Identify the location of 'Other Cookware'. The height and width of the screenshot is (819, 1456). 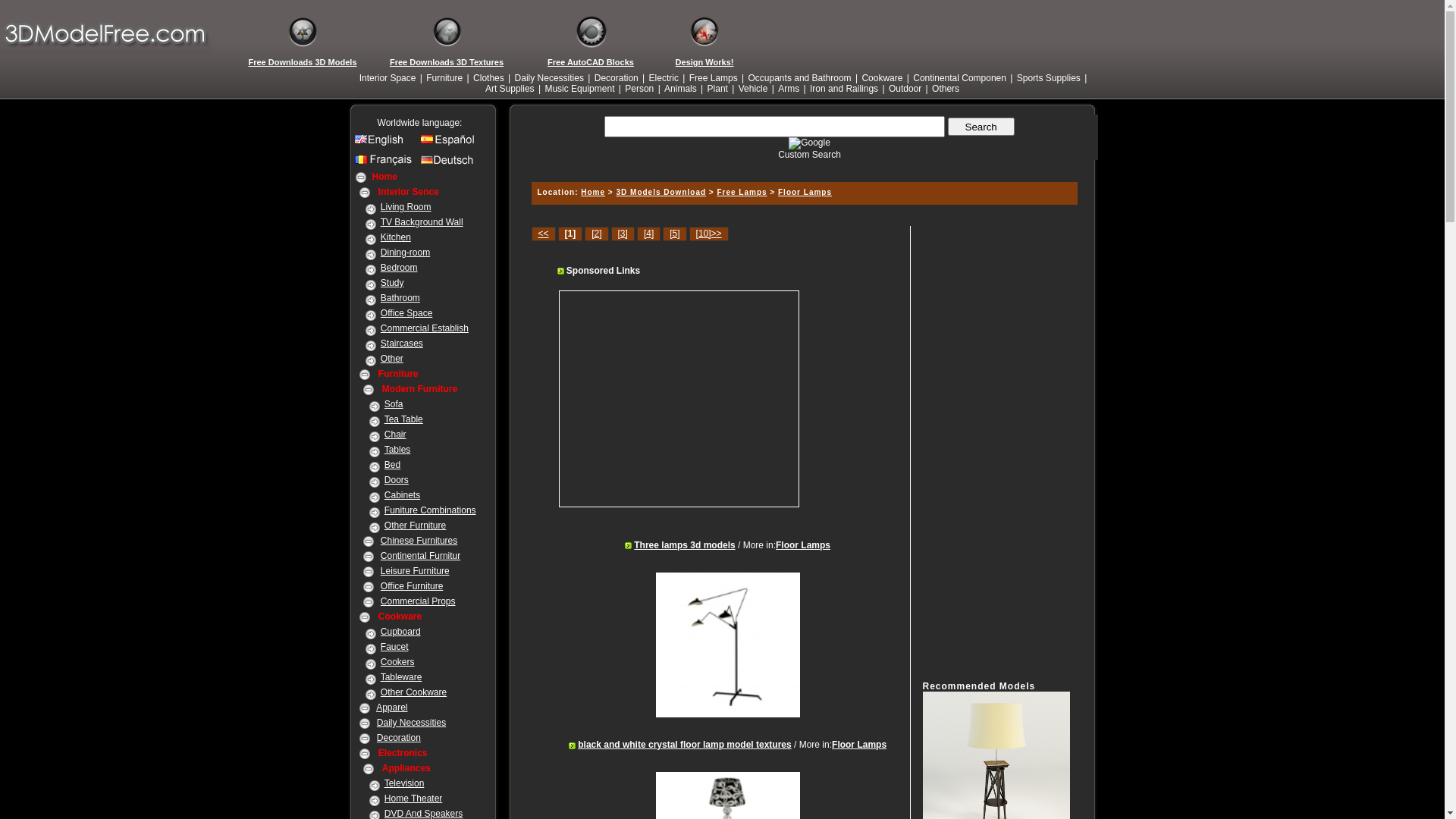
(413, 692).